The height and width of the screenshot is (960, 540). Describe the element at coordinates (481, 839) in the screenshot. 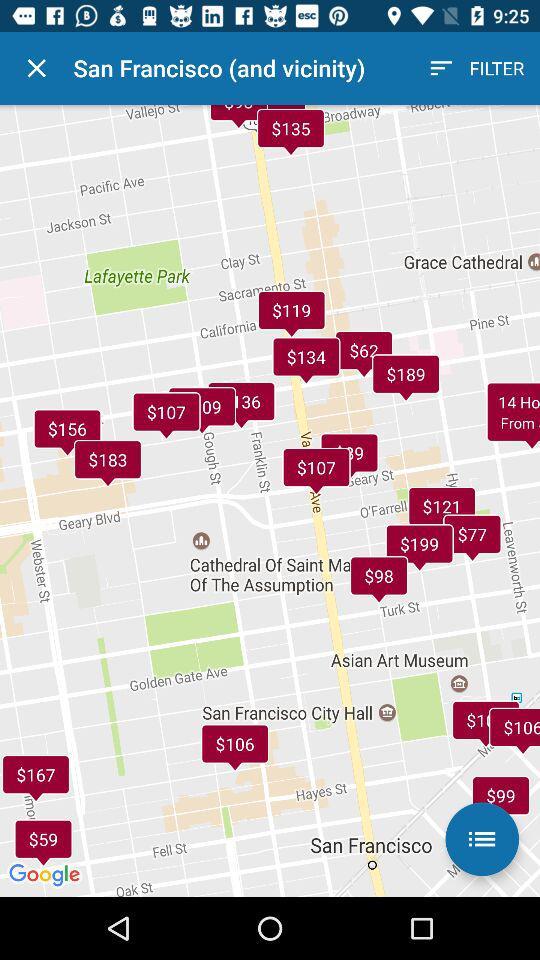

I see `the list icon` at that location.